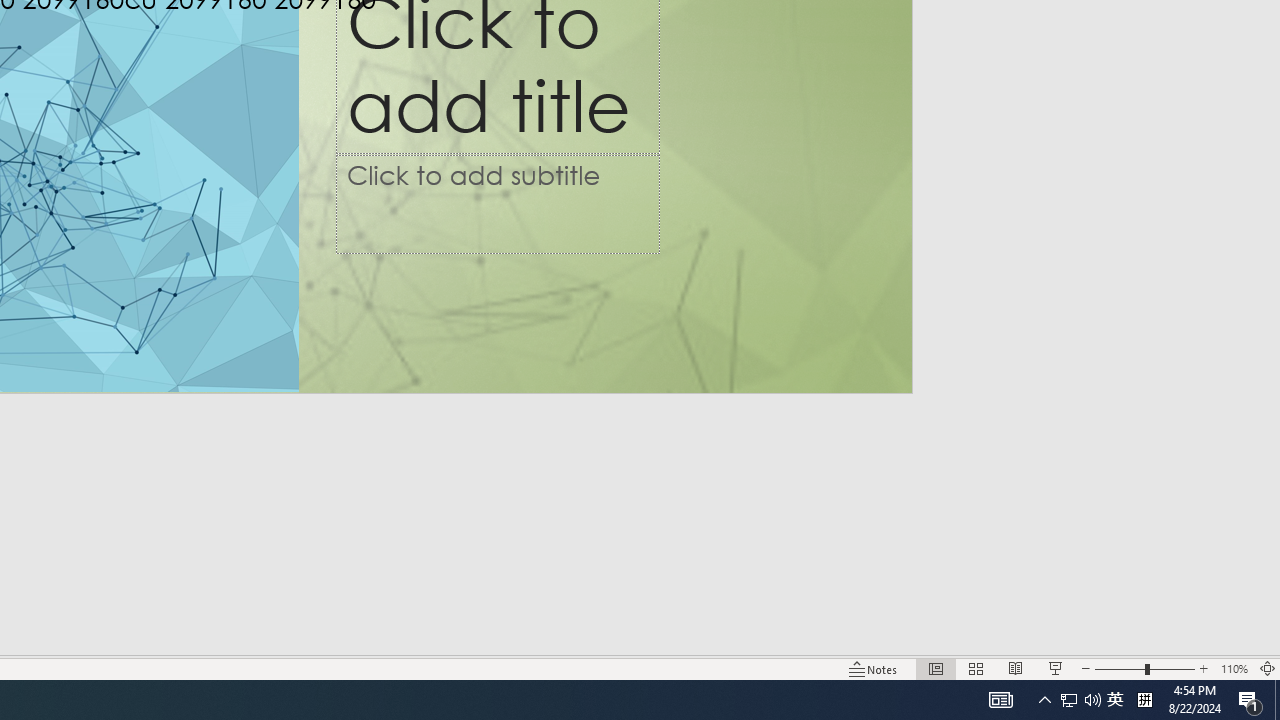 The image size is (1280, 720). Describe the element at coordinates (1044, 698) in the screenshot. I see `'Notification Chevron'` at that location.